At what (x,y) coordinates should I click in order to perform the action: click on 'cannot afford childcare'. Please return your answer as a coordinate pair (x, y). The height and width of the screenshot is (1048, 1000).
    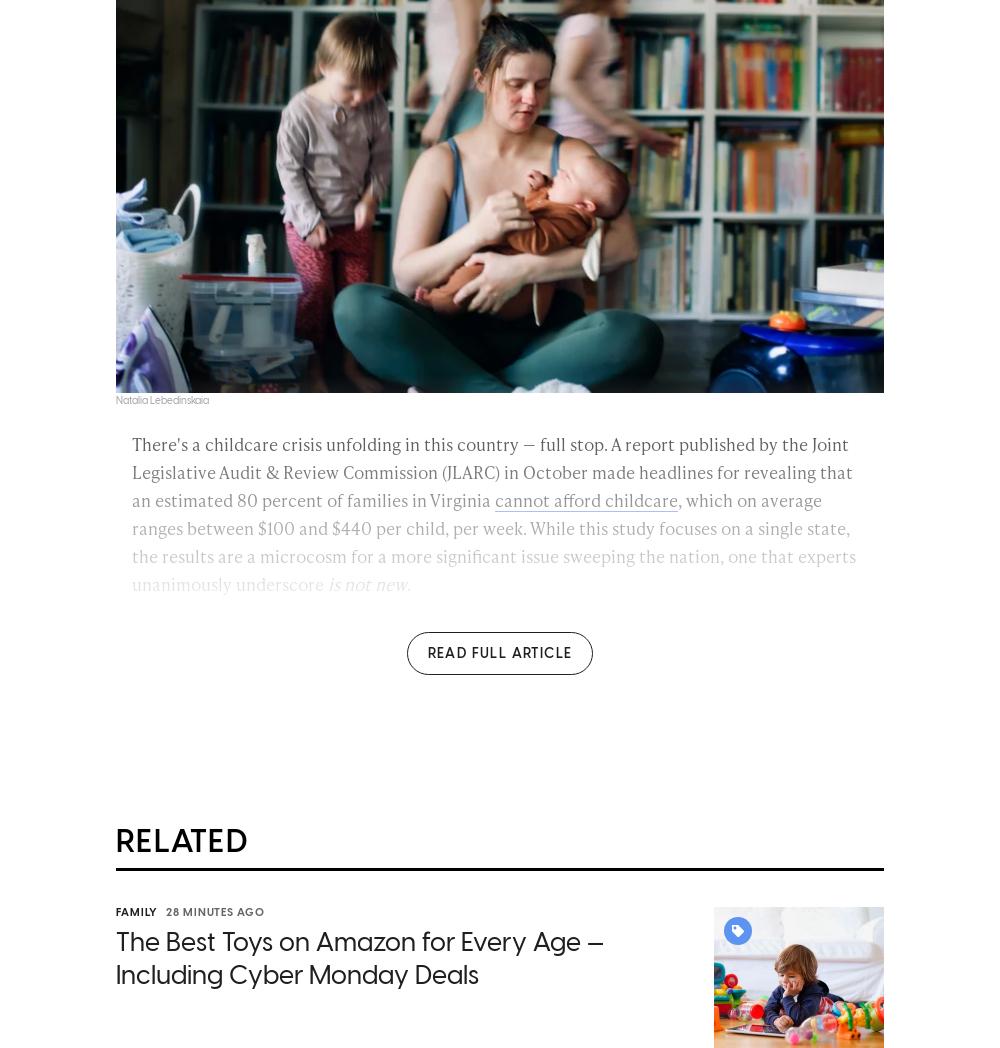
    Looking at the image, I should click on (585, 502).